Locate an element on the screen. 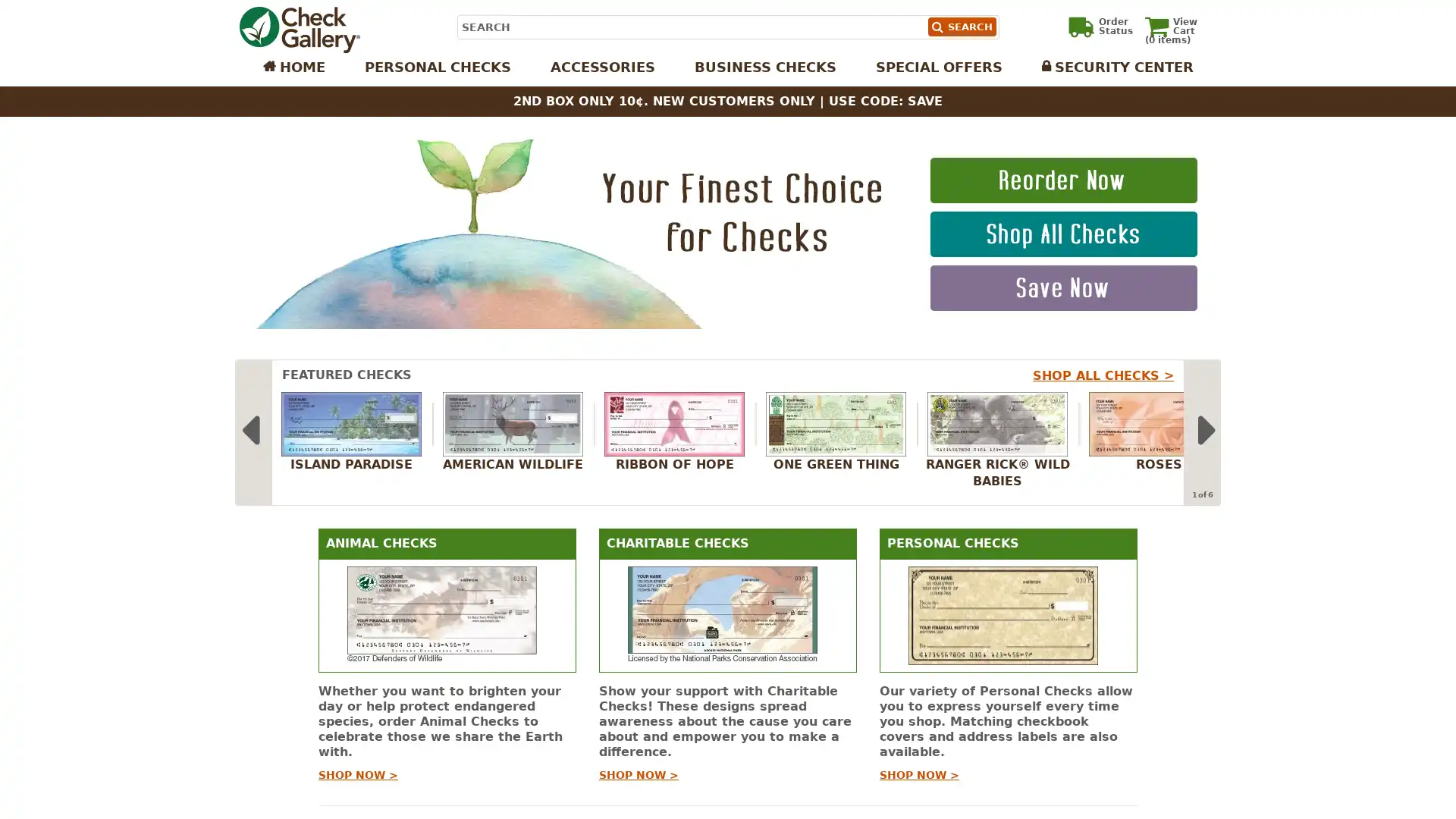 This screenshot has width=1456, height=819. Next is located at coordinates (1205, 431).